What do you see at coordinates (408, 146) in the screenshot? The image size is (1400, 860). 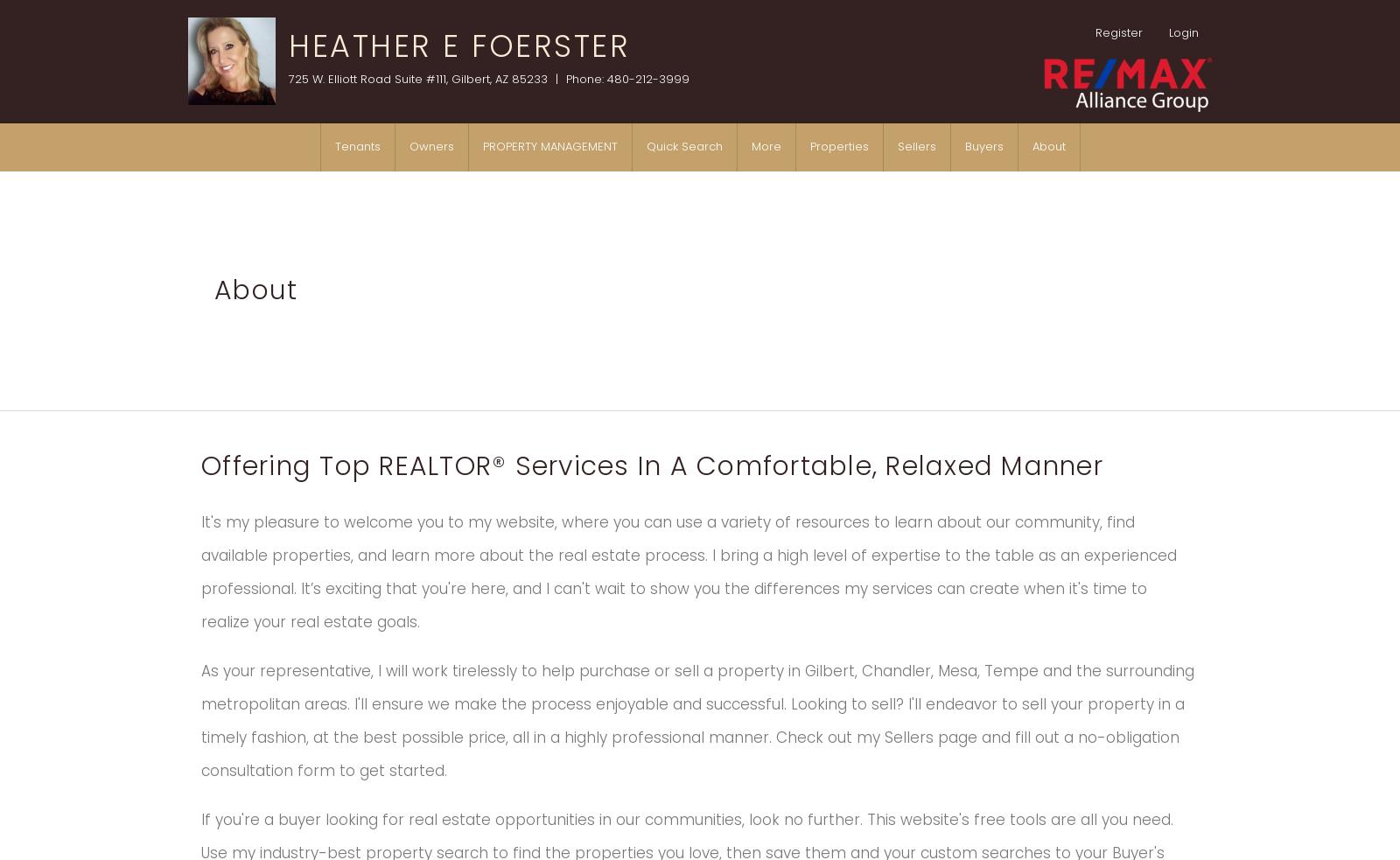 I see `'Owners'` at bounding box center [408, 146].